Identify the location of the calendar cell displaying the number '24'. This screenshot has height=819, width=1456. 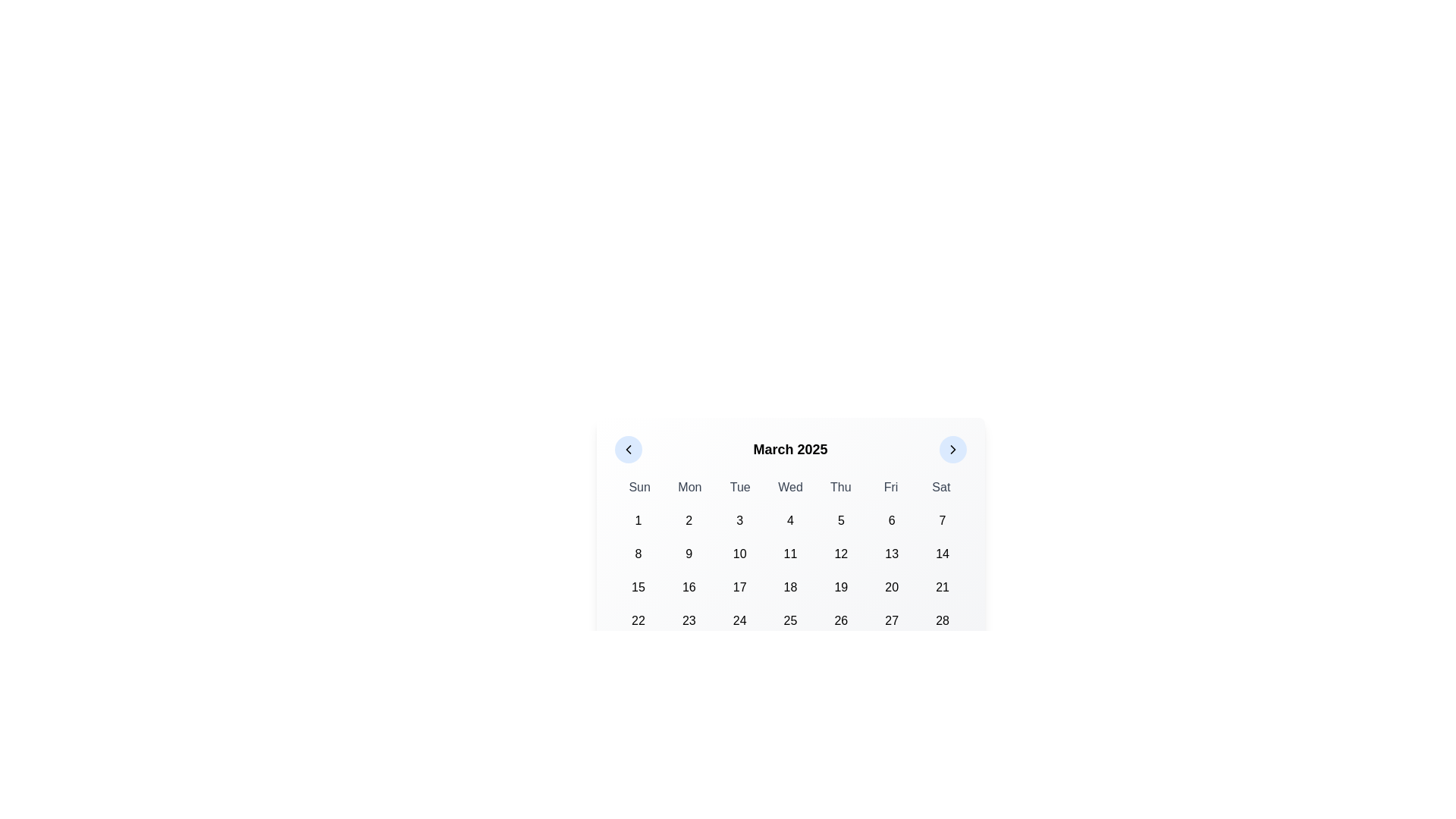
(739, 620).